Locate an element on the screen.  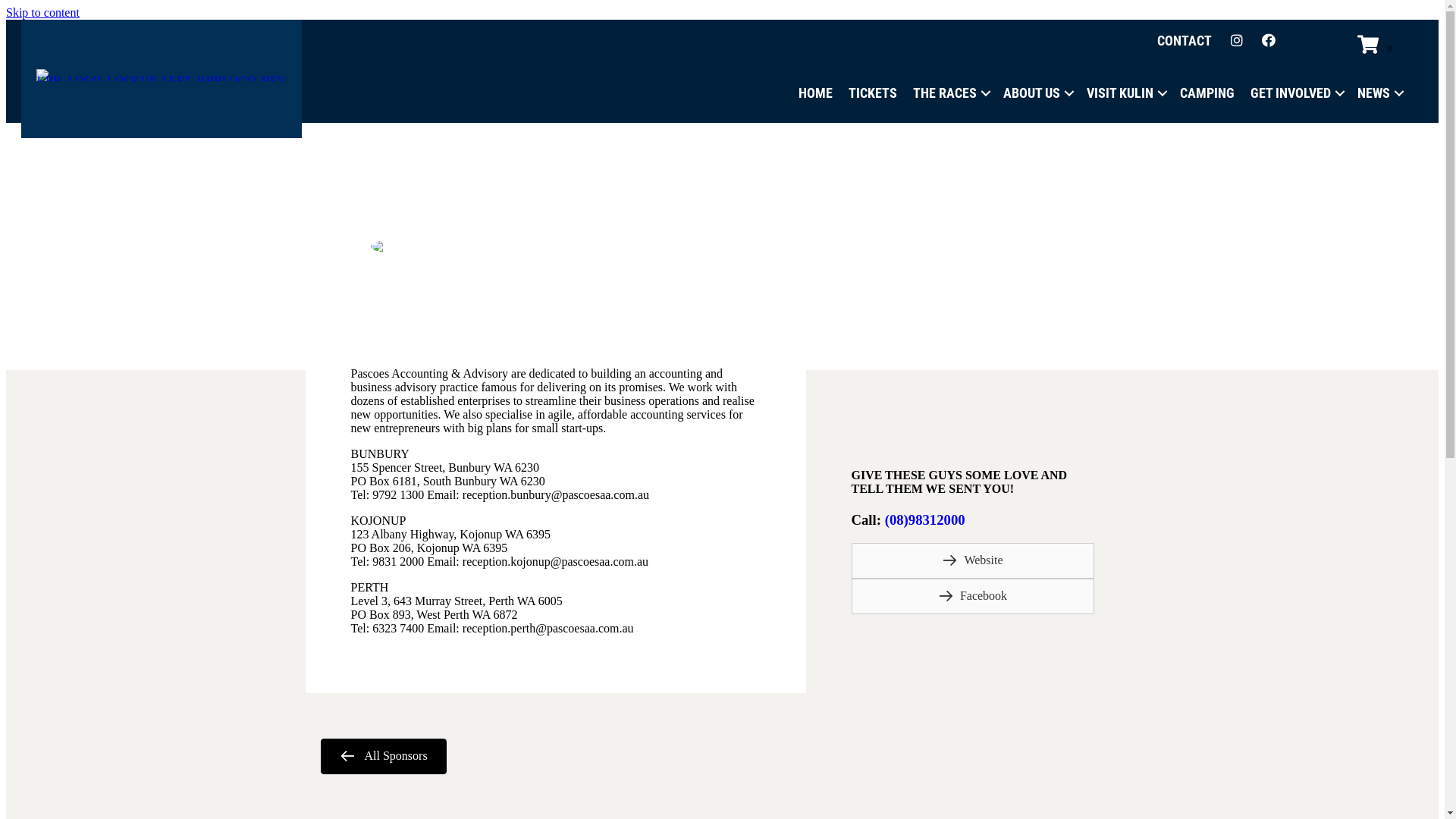
'VISIT KULIN' is located at coordinates (1125, 93).